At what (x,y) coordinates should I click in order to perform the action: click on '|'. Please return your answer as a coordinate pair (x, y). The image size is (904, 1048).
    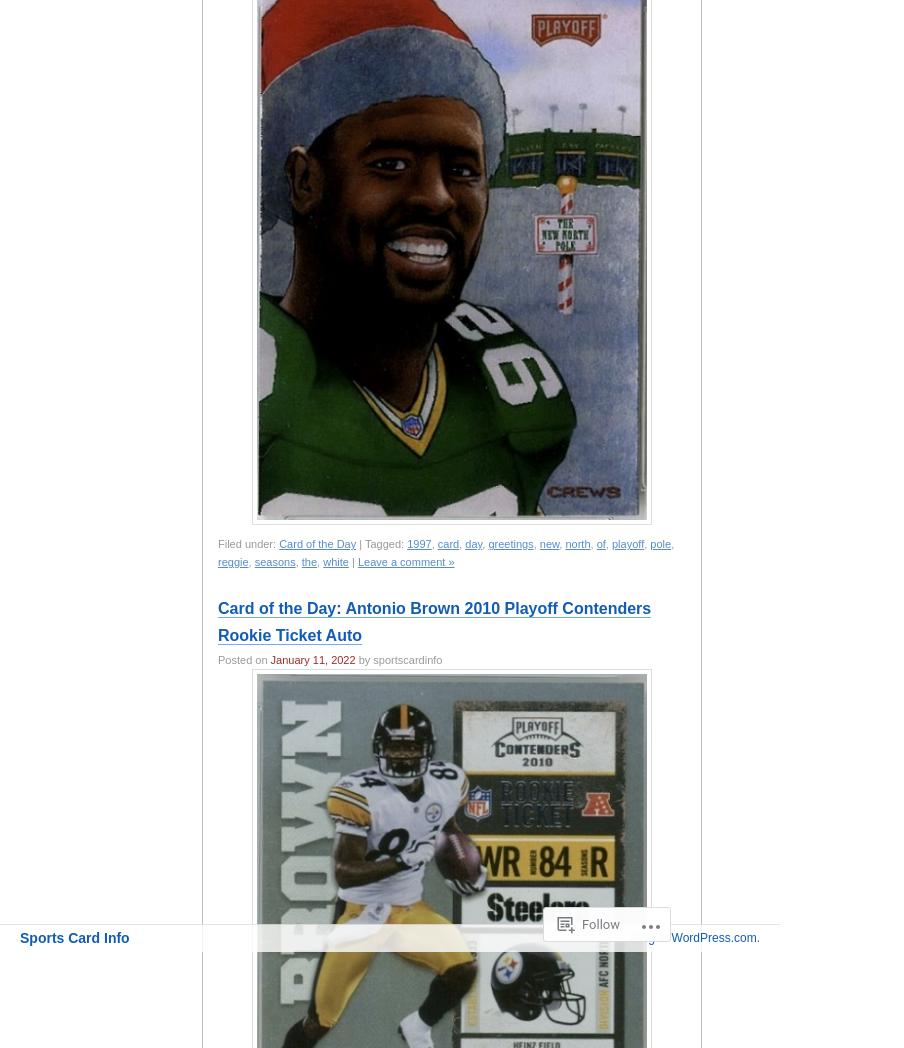
    Looking at the image, I should click on (351, 561).